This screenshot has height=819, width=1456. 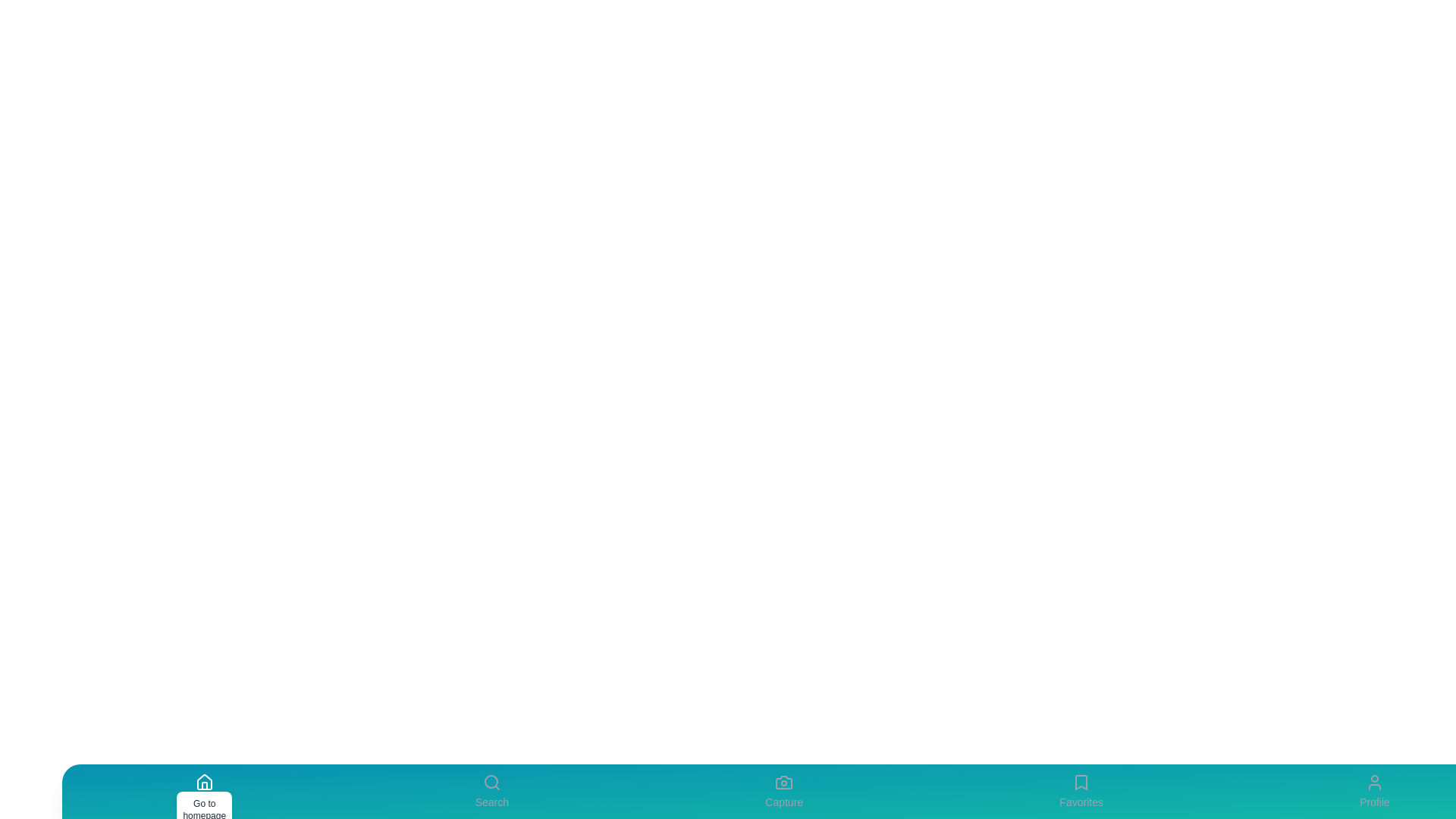 What do you see at coordinates (784, 791) in the screenshot?
I see `the Capture tab to view its details` at bounding box center [784, 791].